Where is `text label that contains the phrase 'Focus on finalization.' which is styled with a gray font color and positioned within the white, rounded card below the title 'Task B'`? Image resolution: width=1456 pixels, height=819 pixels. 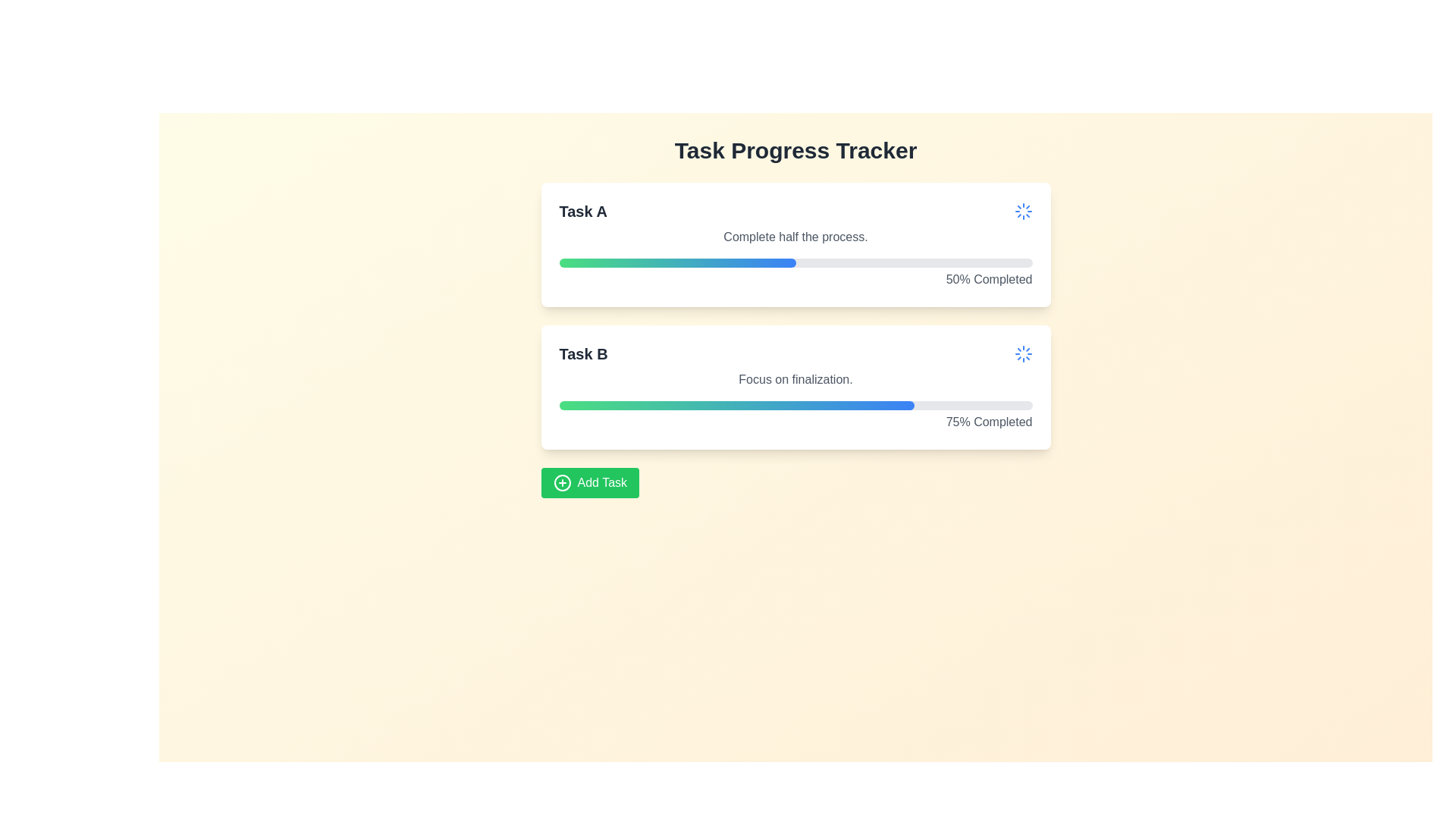
text label that contains the phrase 'Focus on finalization.' which is styled with a gray font color and positioned within the white, rounded card below the title 'Task B' is located at coordinates (795, 379).